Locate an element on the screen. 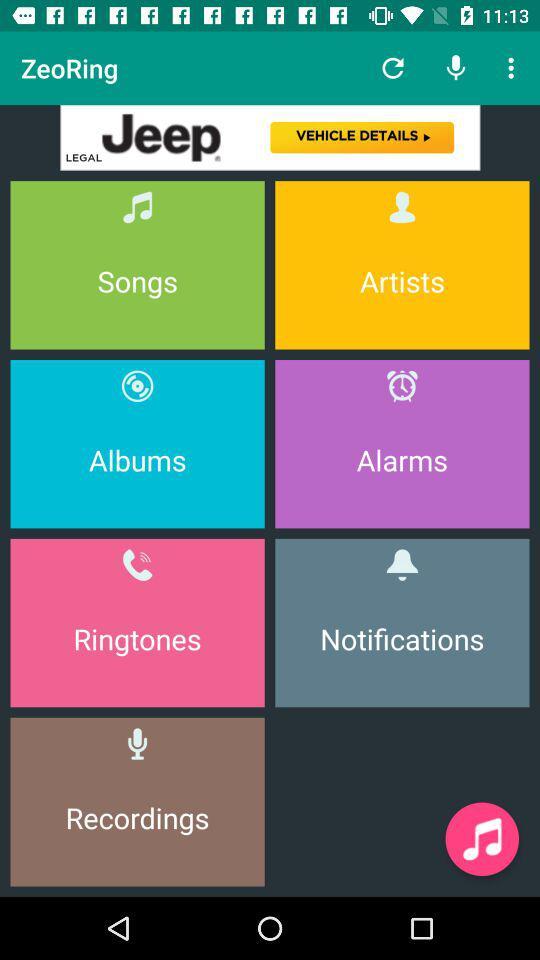 This screenshot has width=540, height=960. the refresh icon on the top of the web page is located at coordinates (393, 68).